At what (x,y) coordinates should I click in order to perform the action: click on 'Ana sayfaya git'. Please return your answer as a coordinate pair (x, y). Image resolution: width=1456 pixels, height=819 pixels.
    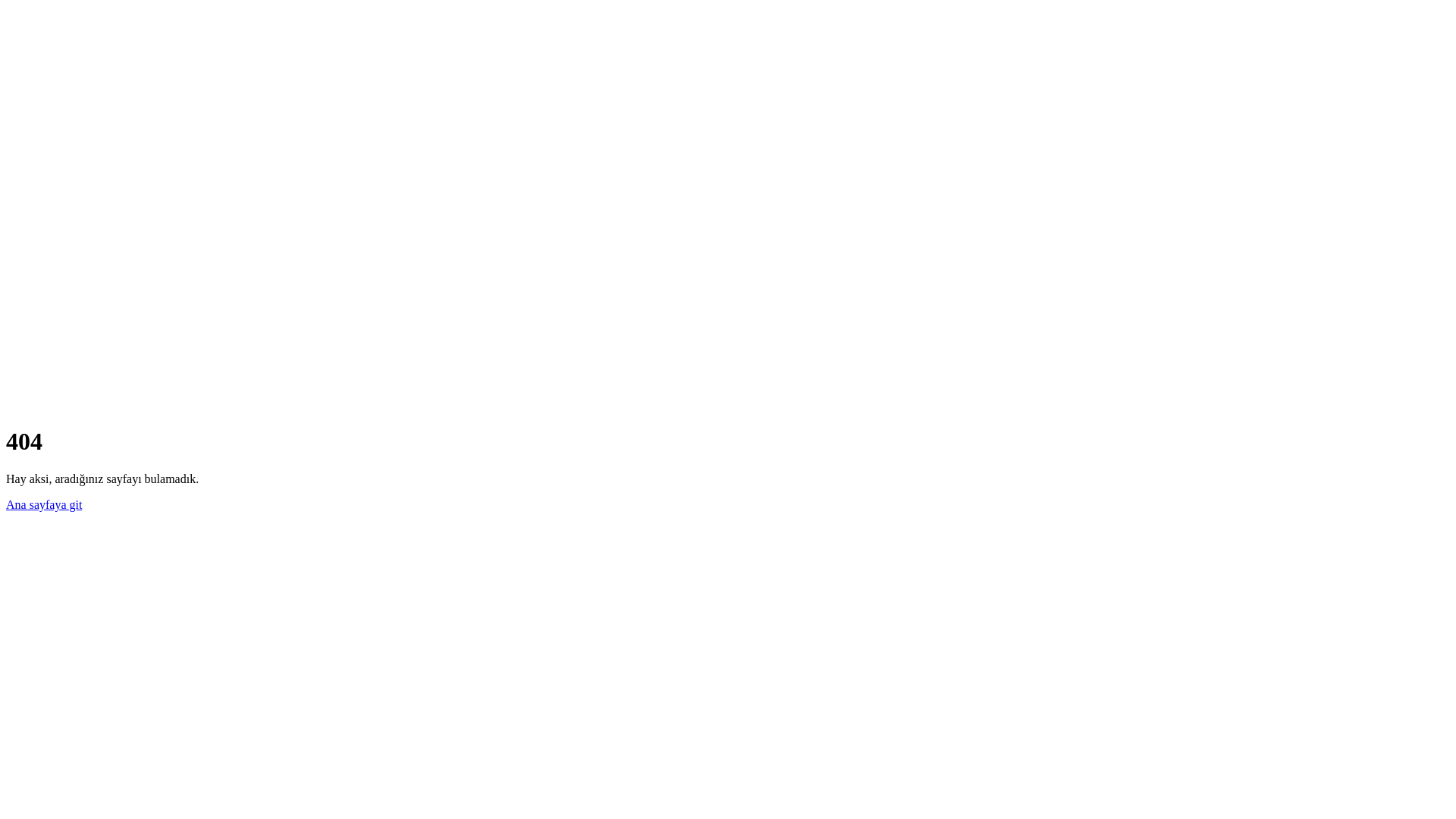
    Looking at the image, I should click on (43, 504).